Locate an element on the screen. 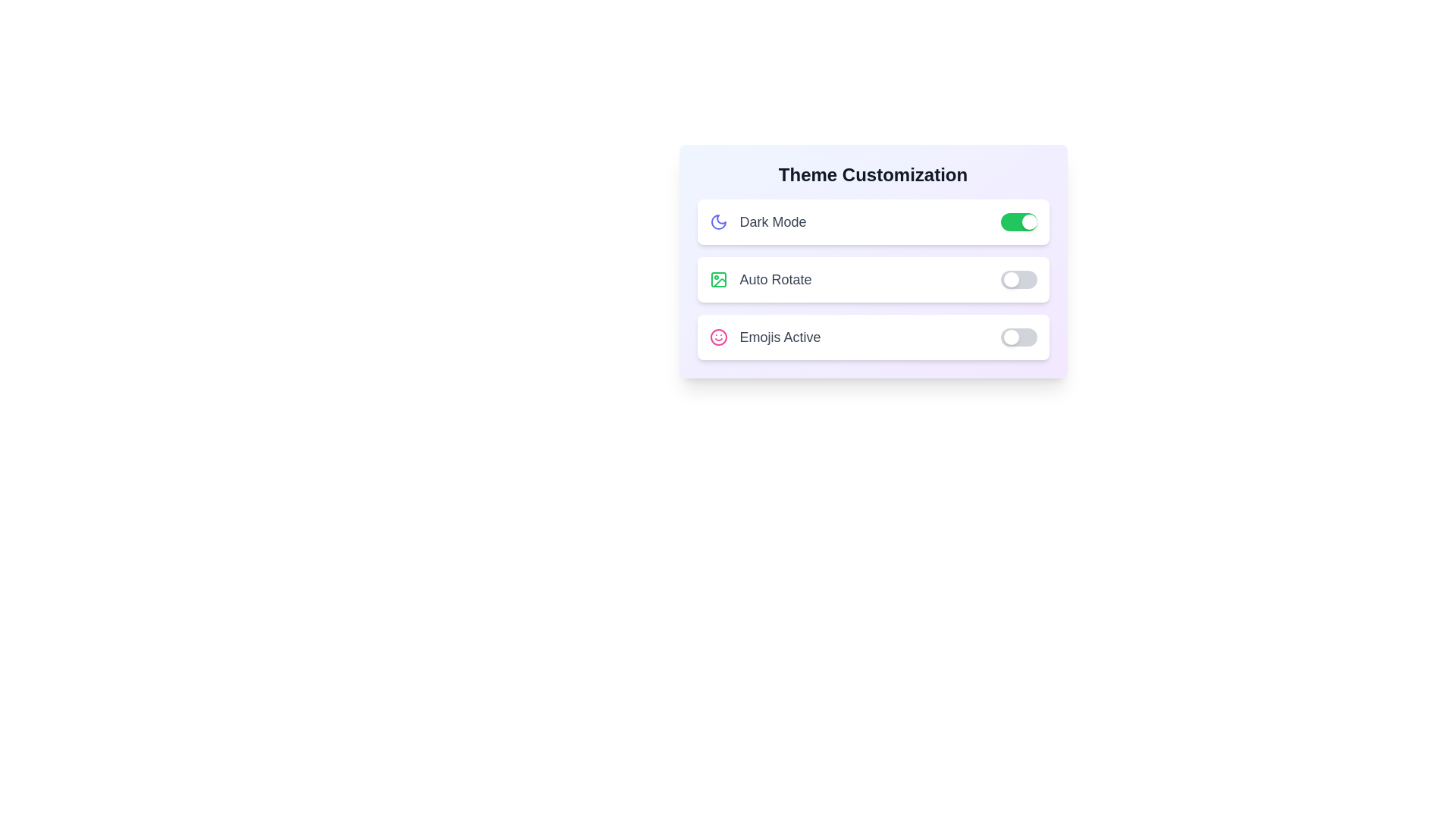 The image size is (1456, 819). the SVG element representing the 'Auto Rotate' option, located in the second row of the 'Theme Customization' list is located at coordinates (717, 280).